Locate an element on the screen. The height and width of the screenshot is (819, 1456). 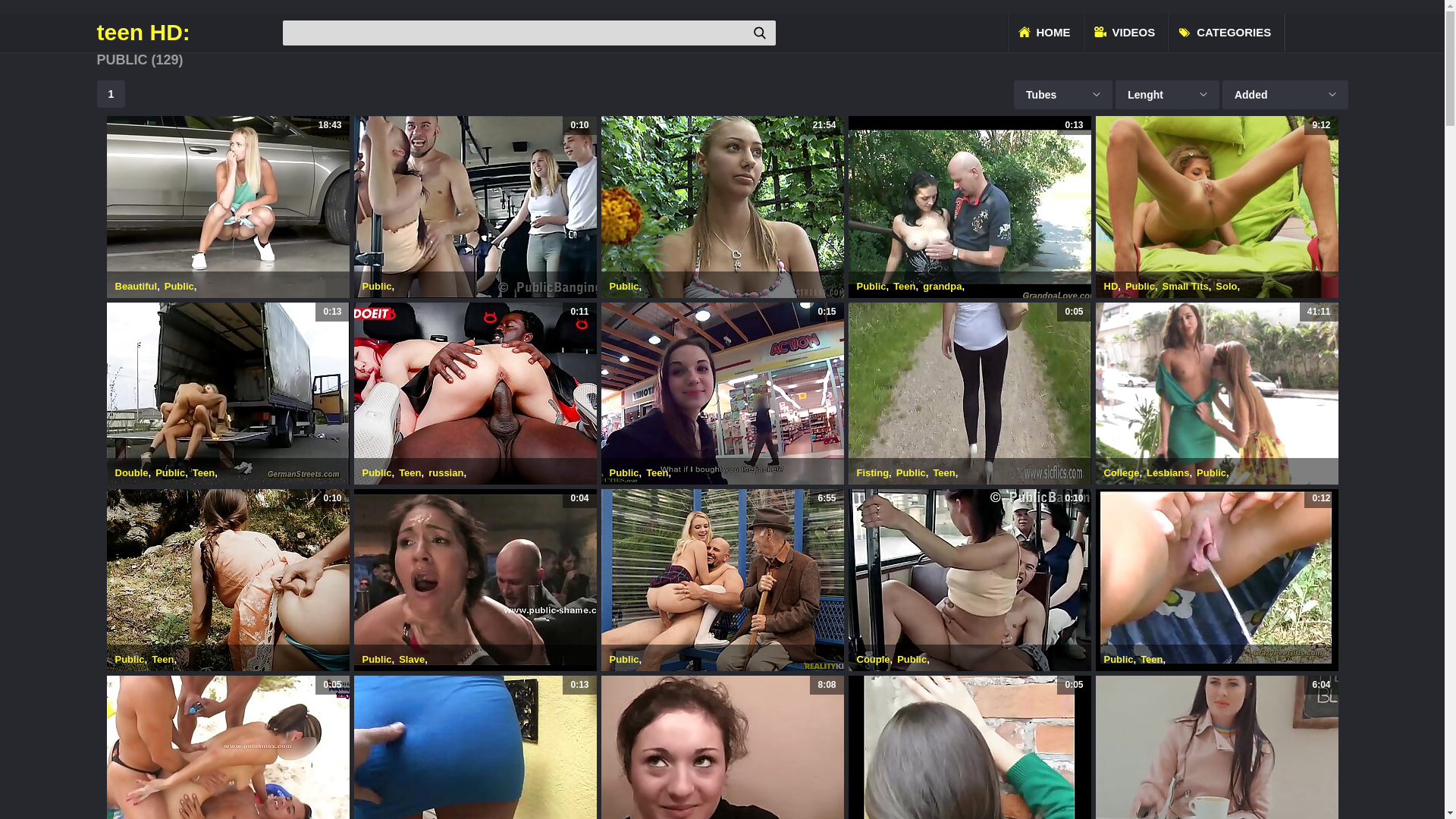
'teen HD:' is located at coordinates (187, 32).